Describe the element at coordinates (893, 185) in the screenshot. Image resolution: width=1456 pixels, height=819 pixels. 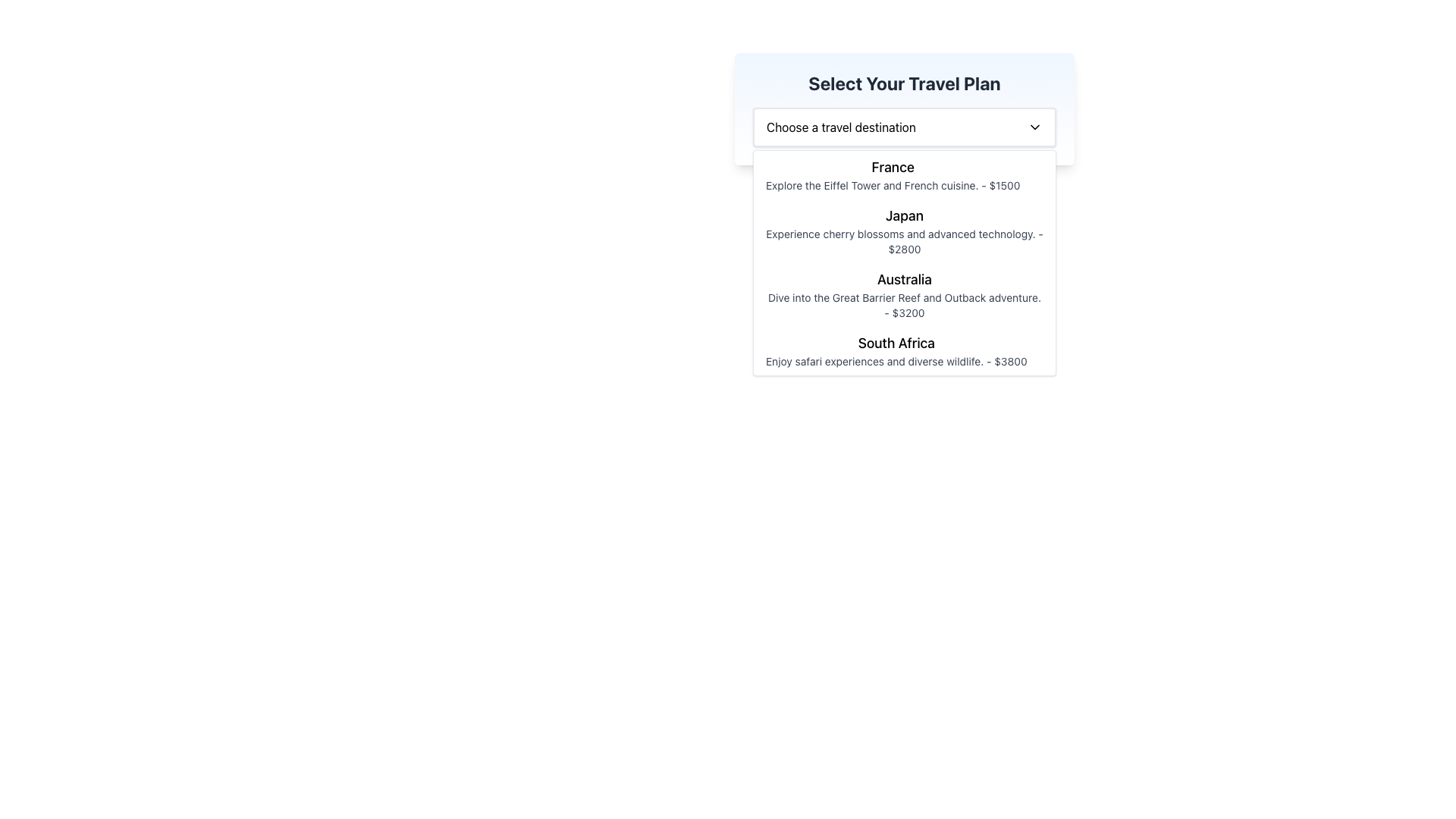
I see `the text label that reads 'Explore the Eiffel Tower and French cuisine. - $1500', located below the 'France' header in the travel plan dropdown` at that location.